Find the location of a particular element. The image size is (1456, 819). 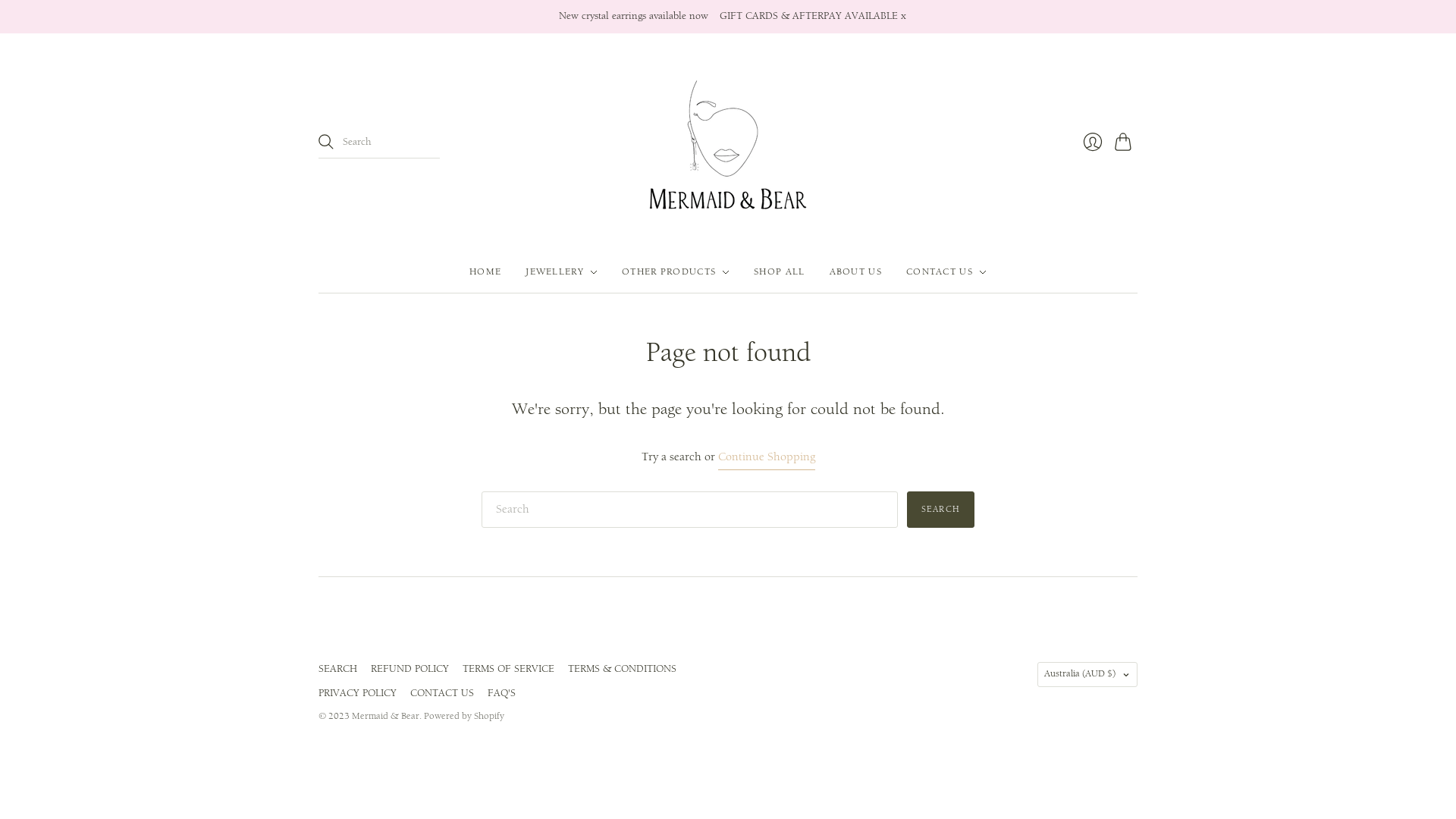

'FAQ'S' is located at coordinates (501, 693).